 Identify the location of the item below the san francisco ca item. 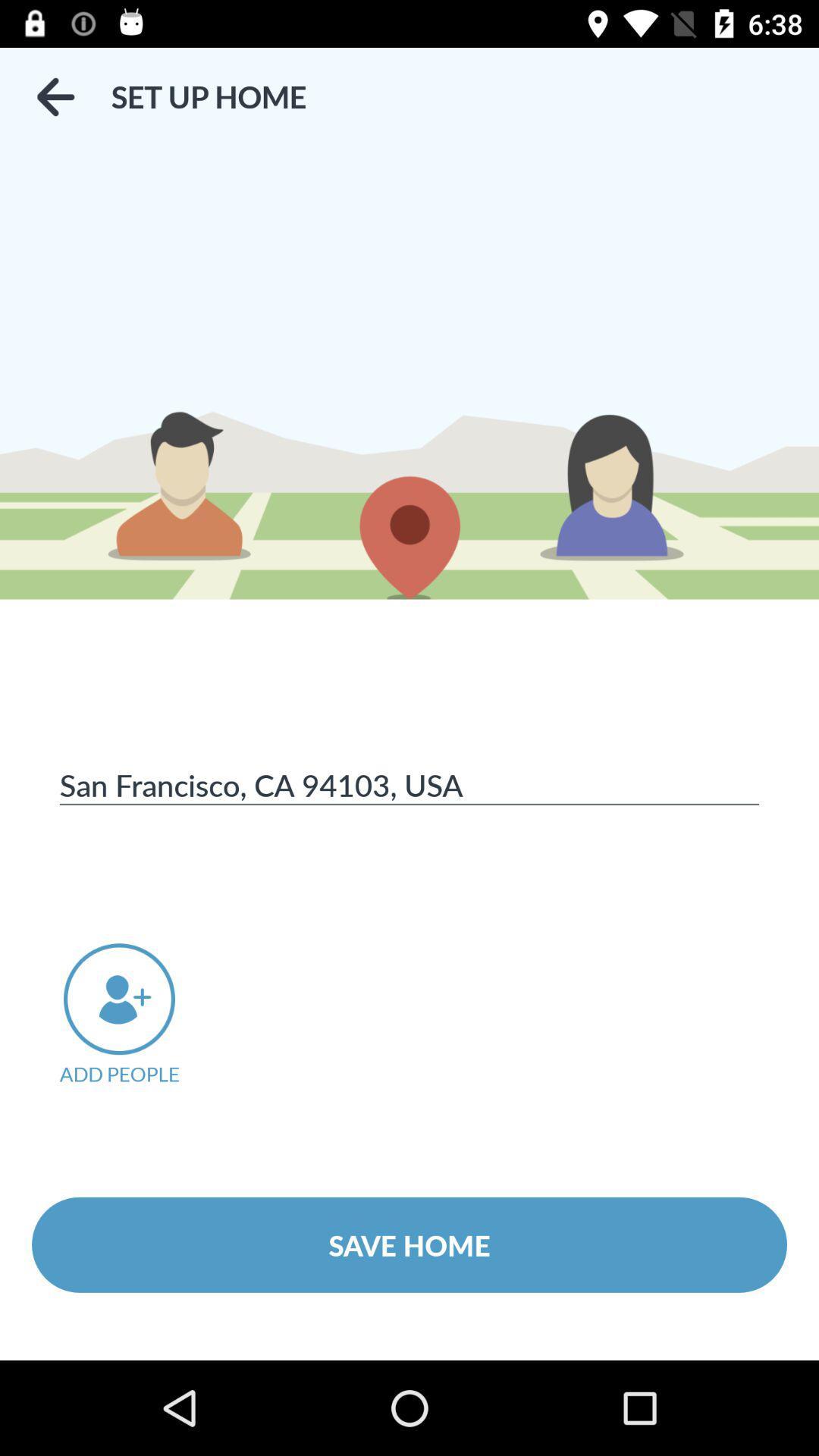
(140, 1015).